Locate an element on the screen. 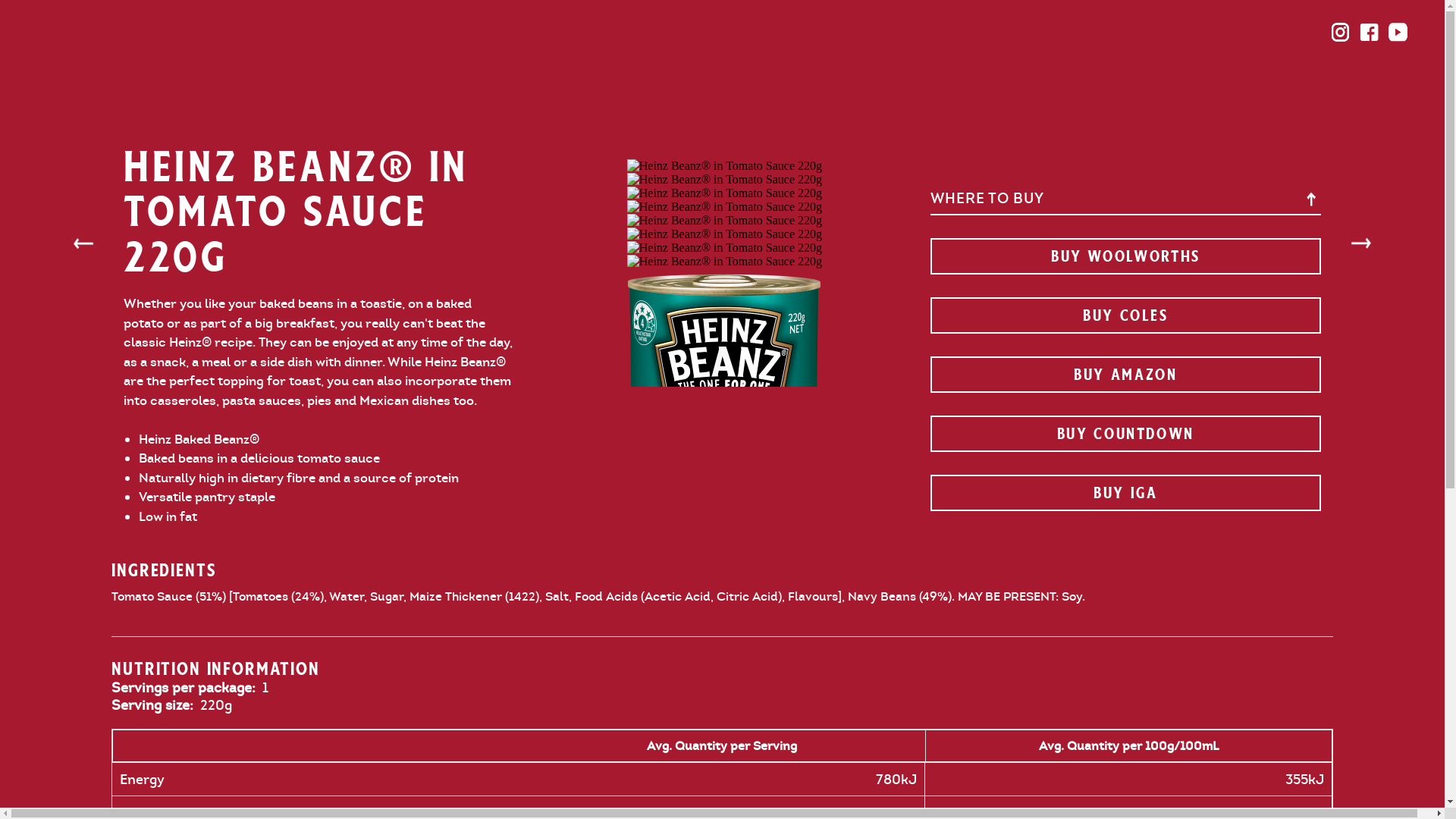 Image resolution: width=1456 pixels, height=819 pixels. 'Buy Coles' is located at coordinates (1125, 315).